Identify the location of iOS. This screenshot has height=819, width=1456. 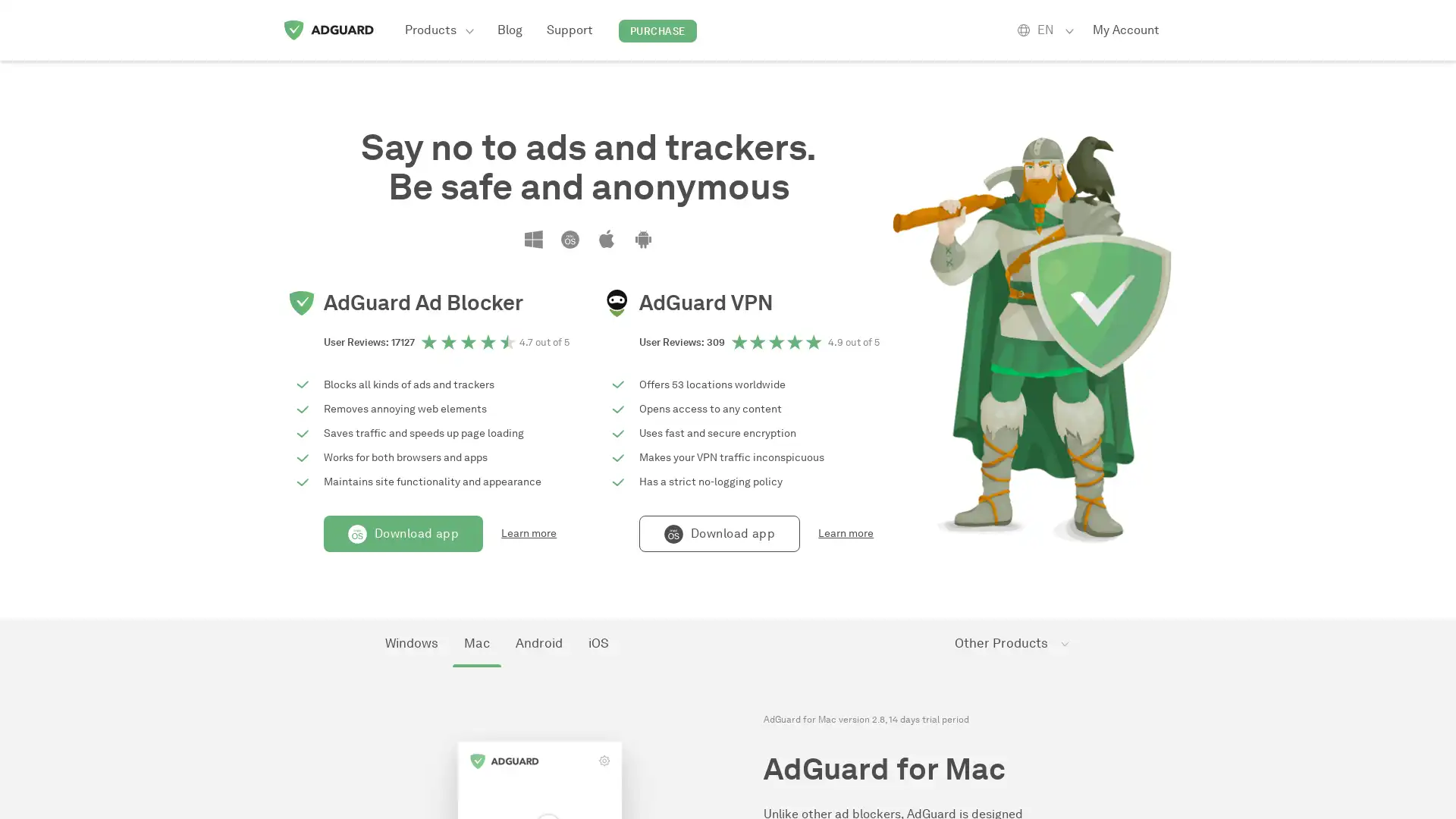
(598, 643).